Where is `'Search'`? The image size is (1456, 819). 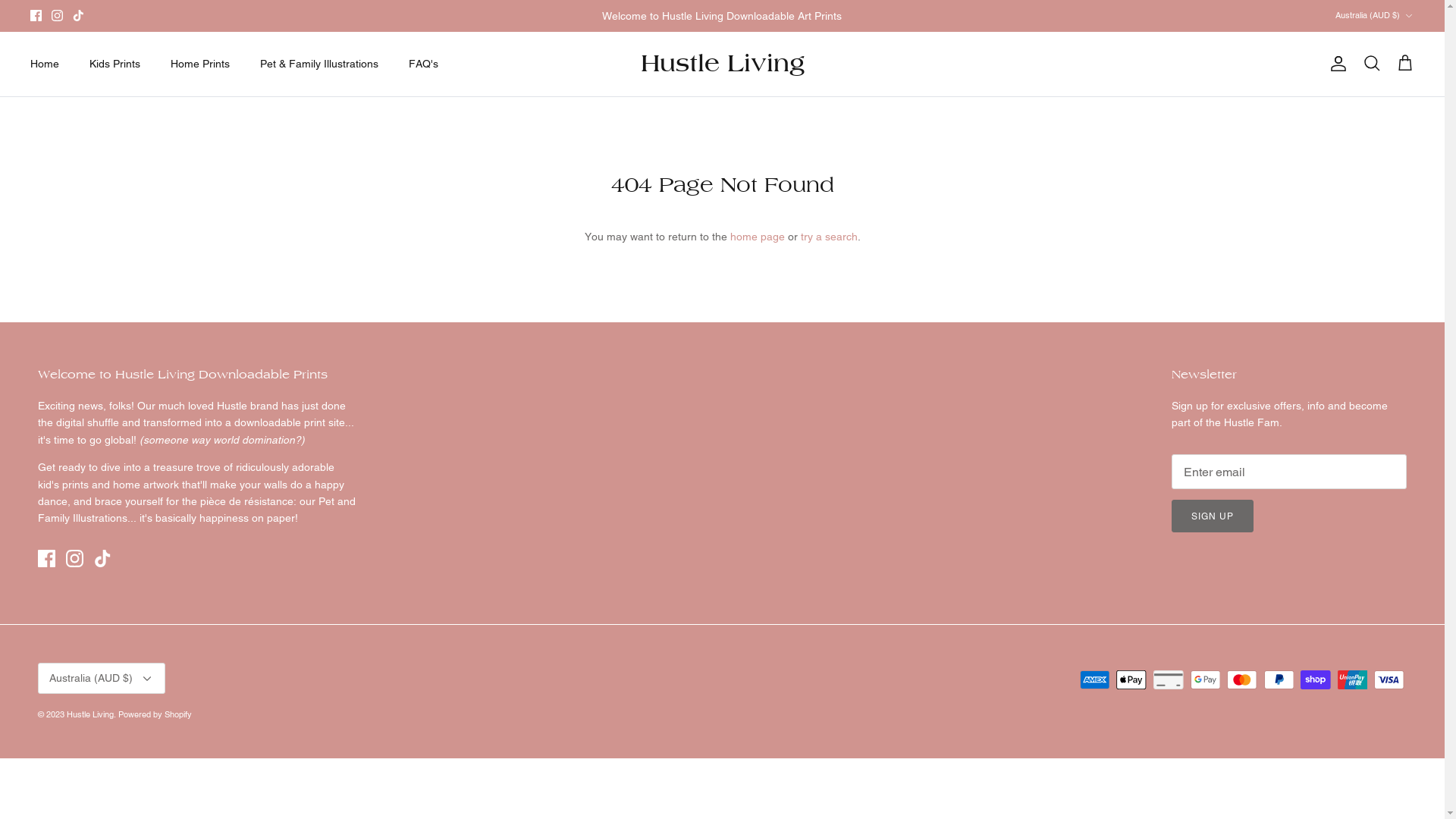 'Search' is located at coordinates (1372, 63).